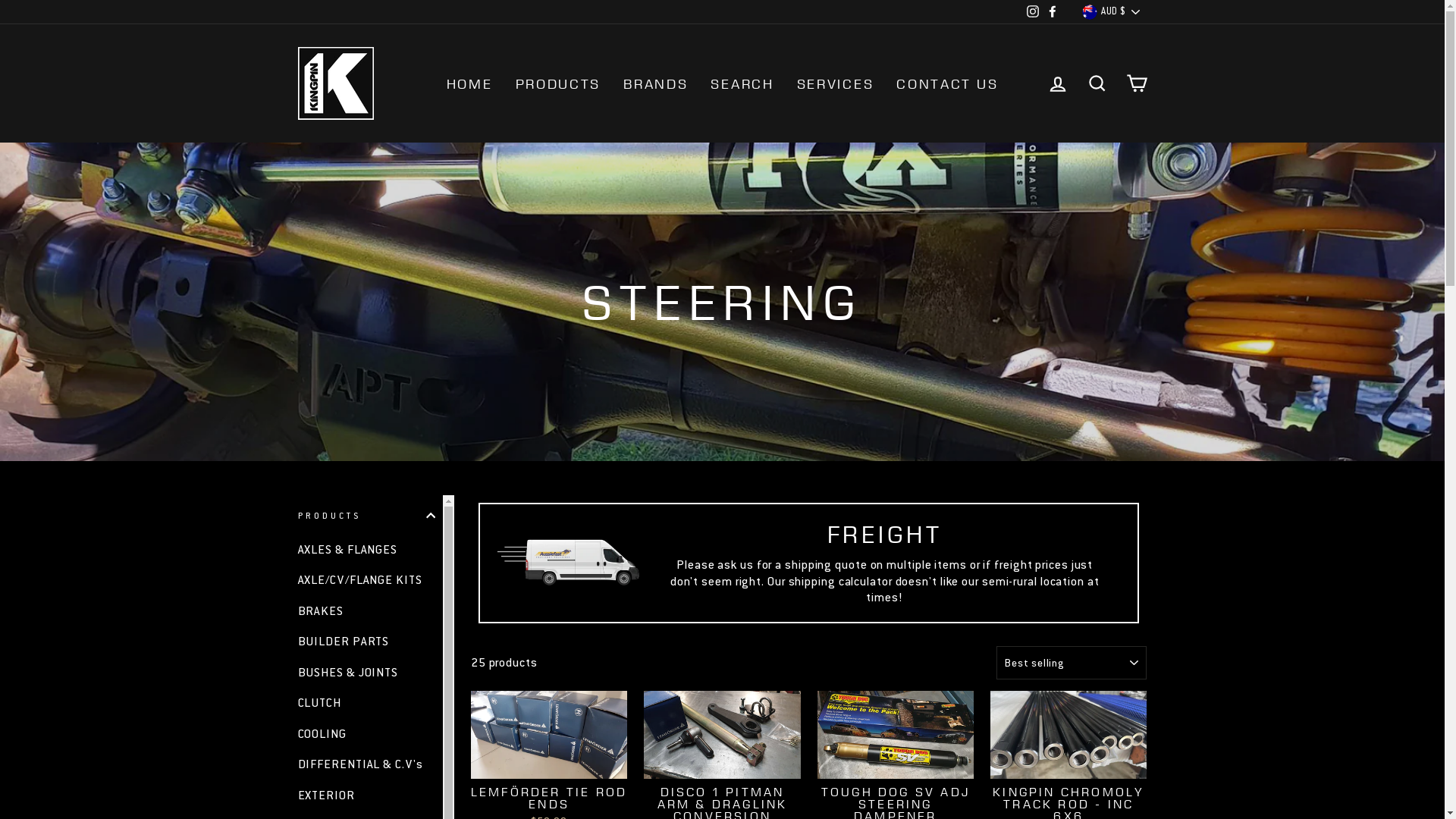  What do you see at coordinates (1076, 11) in the screenshot?
I see `'AUD $'` at bounding box center [1076, 11].